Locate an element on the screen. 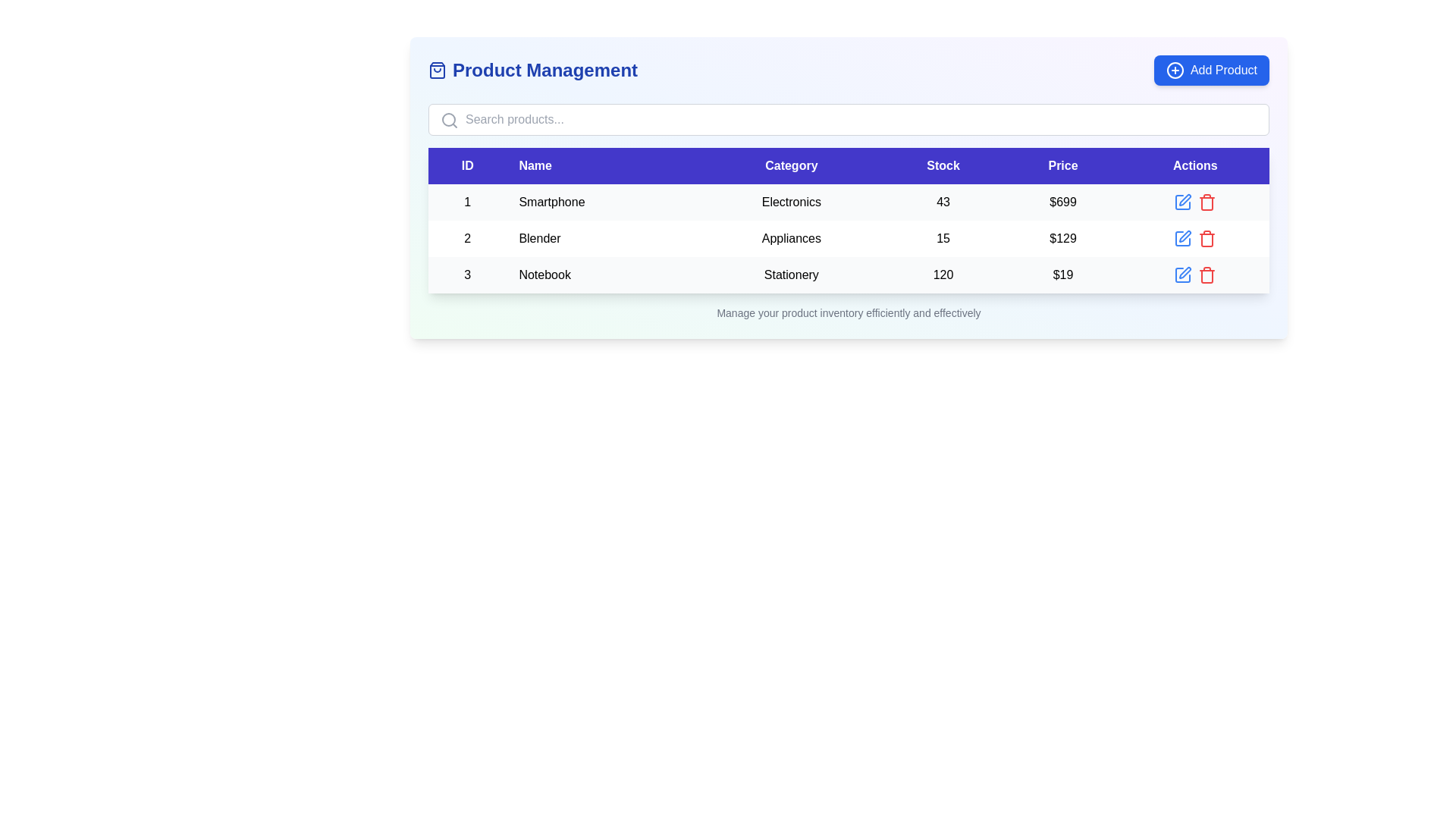  the stock quantity text indicating 120 units for the 'Notebook' product, located in the 'Stock' column of the table's third row is located at coordinates (942, 275).